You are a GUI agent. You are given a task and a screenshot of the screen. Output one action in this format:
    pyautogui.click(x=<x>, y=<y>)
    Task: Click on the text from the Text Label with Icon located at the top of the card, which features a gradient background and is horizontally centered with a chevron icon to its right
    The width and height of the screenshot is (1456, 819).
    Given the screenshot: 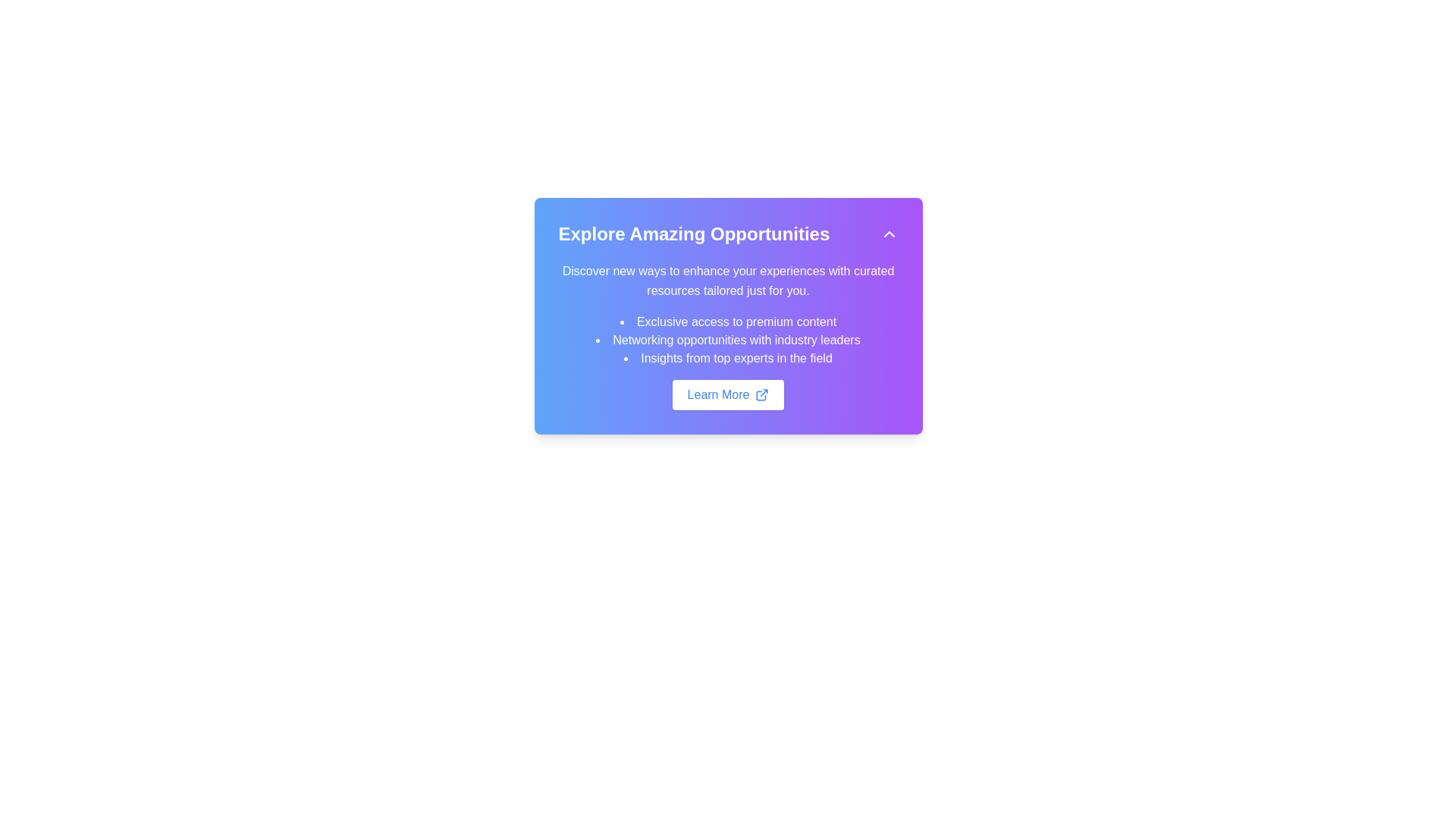 What is the action you would take?
    pyautogui.click(x=728, y=234)
    